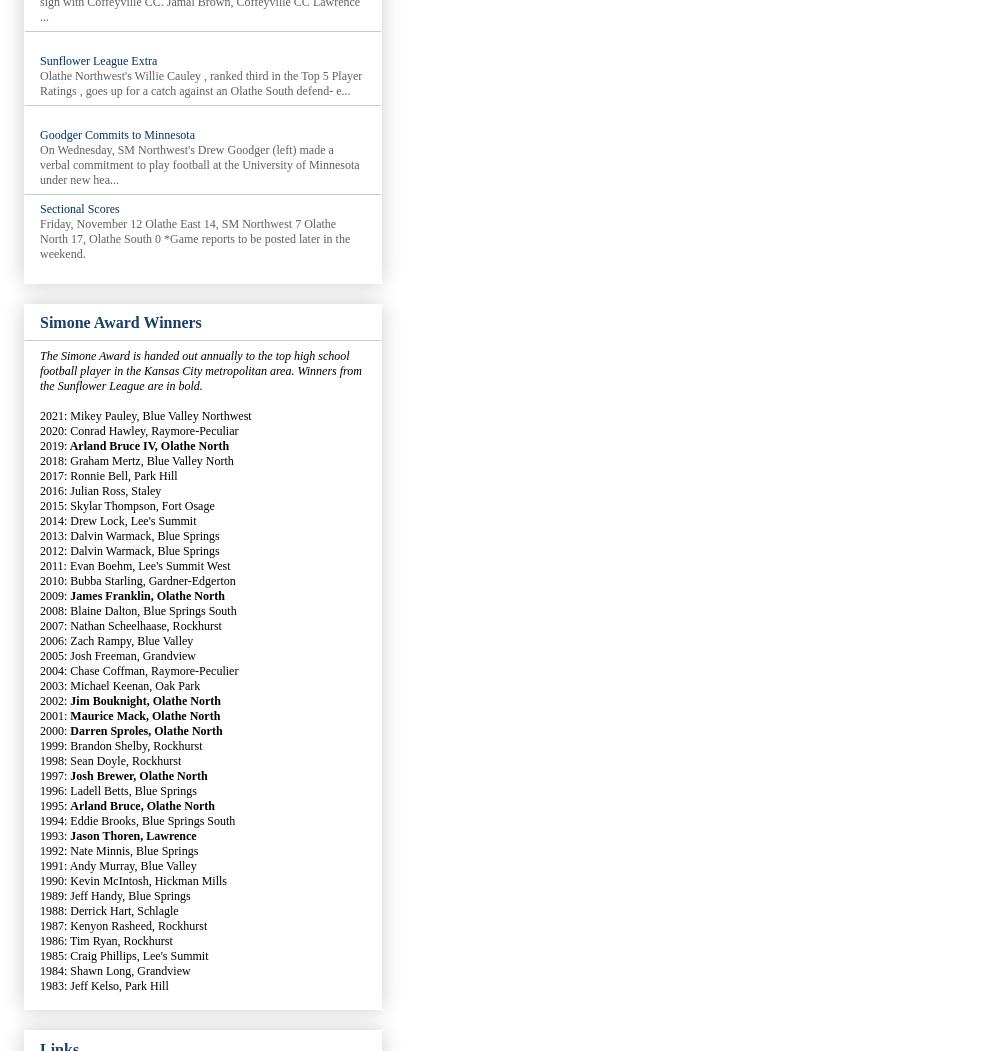 The height and width of the screenshot is (1051, 1008). I want to click on '2013: Dalvin Warmack, Blue Springs', so click(129, 535).